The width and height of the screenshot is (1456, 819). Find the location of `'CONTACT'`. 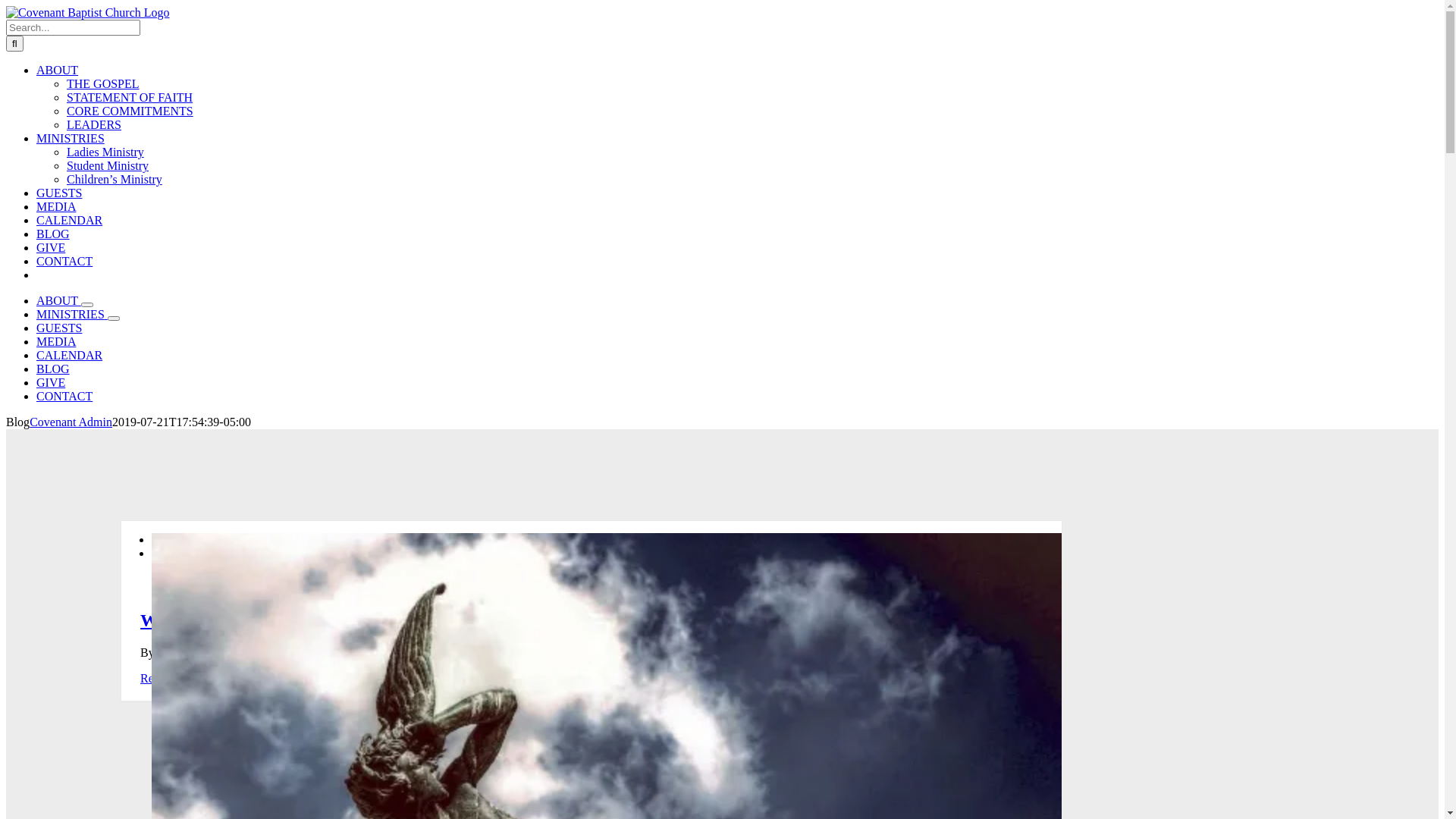

'CONTACT' is located at coordinates (64, 260).